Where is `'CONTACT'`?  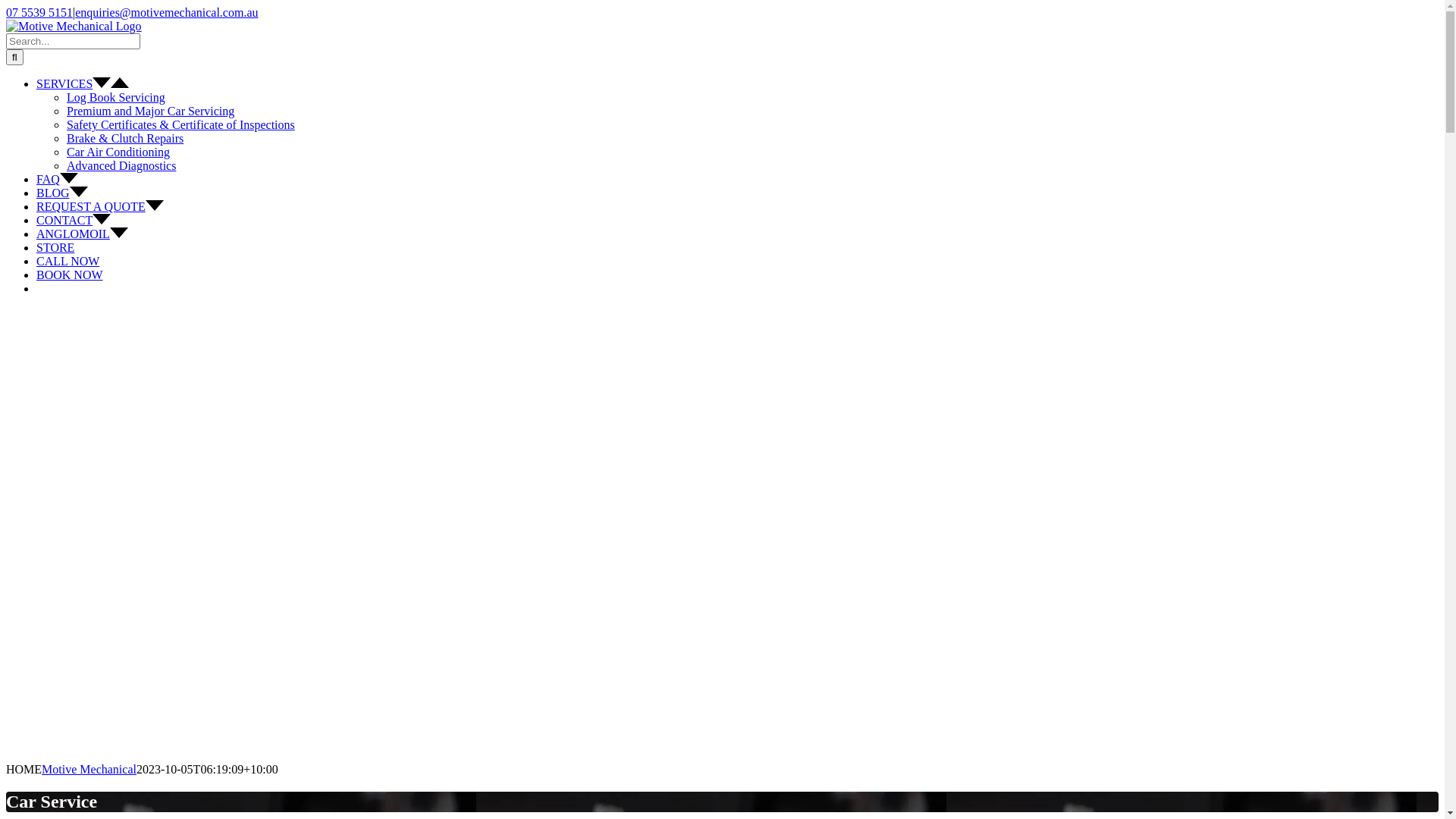 'CONTACT' is located at coordinates (72, 220).